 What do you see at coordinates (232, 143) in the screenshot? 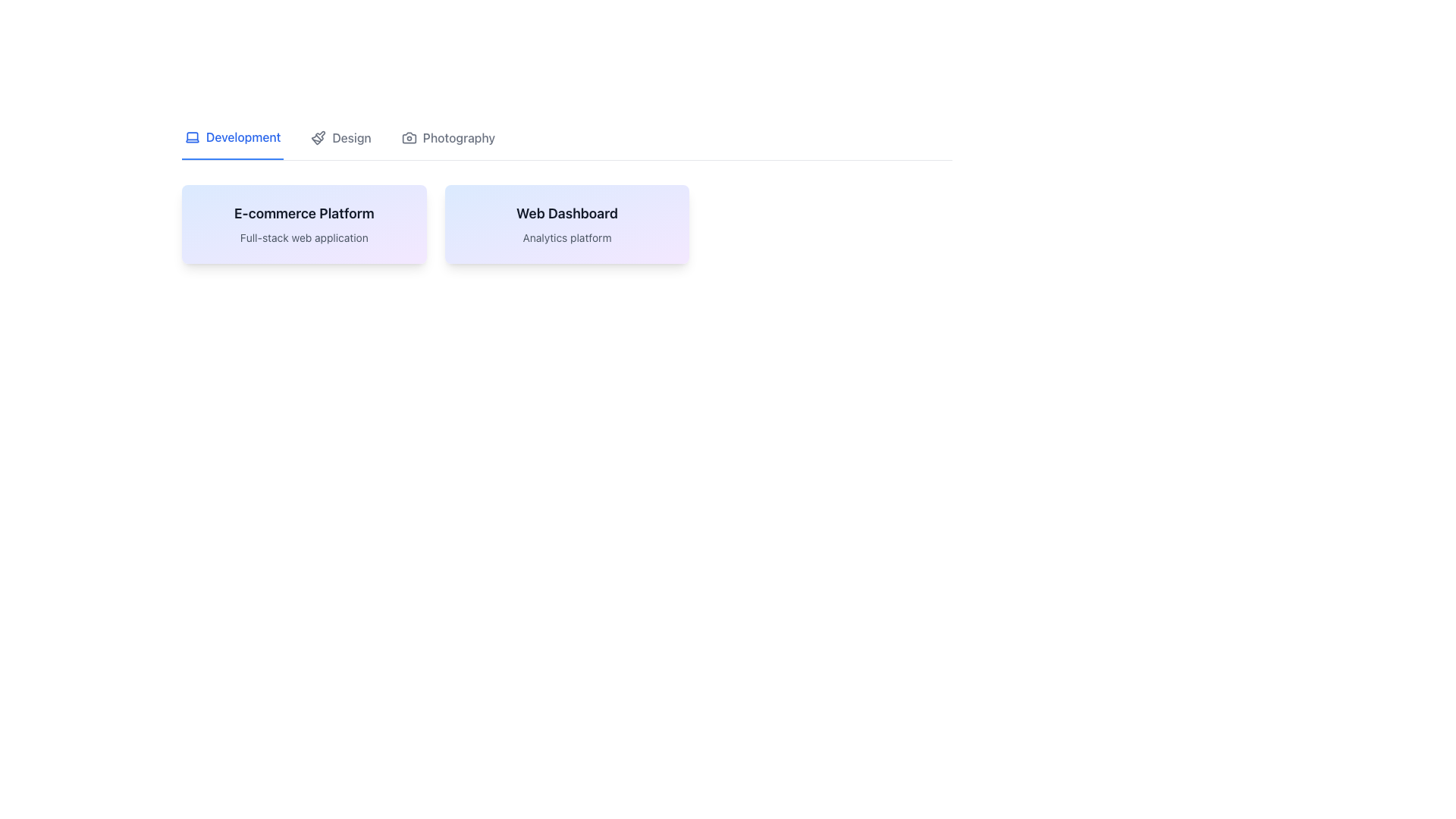
I see `the 'Development' tab button in the navigation bar` at bounding box center [232, 143].